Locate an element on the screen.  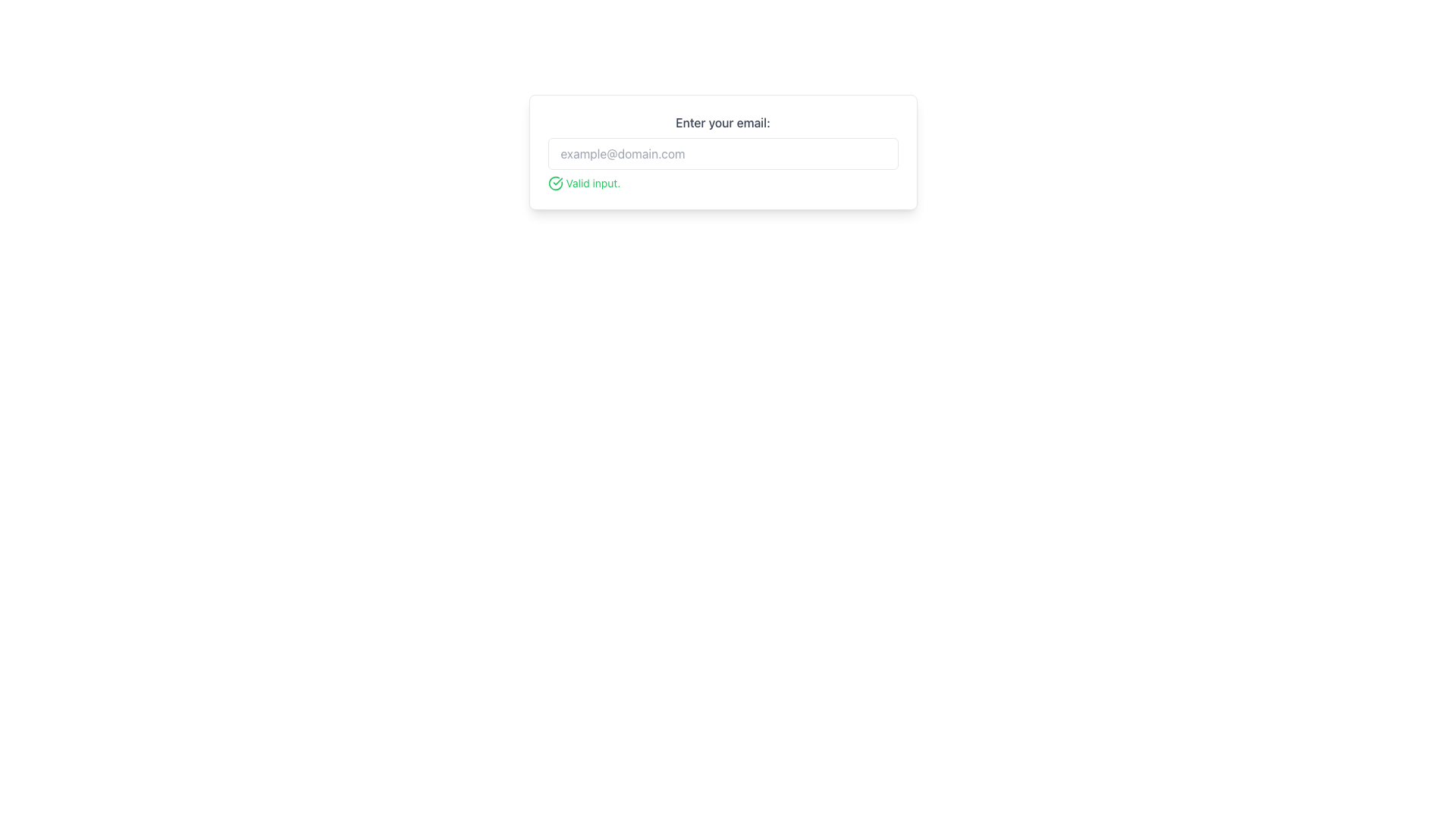
the static text element displaying 'Valid input.' which indicates a successful state, located beside a green circular checkmark icon is located at coordinates (592, 183).